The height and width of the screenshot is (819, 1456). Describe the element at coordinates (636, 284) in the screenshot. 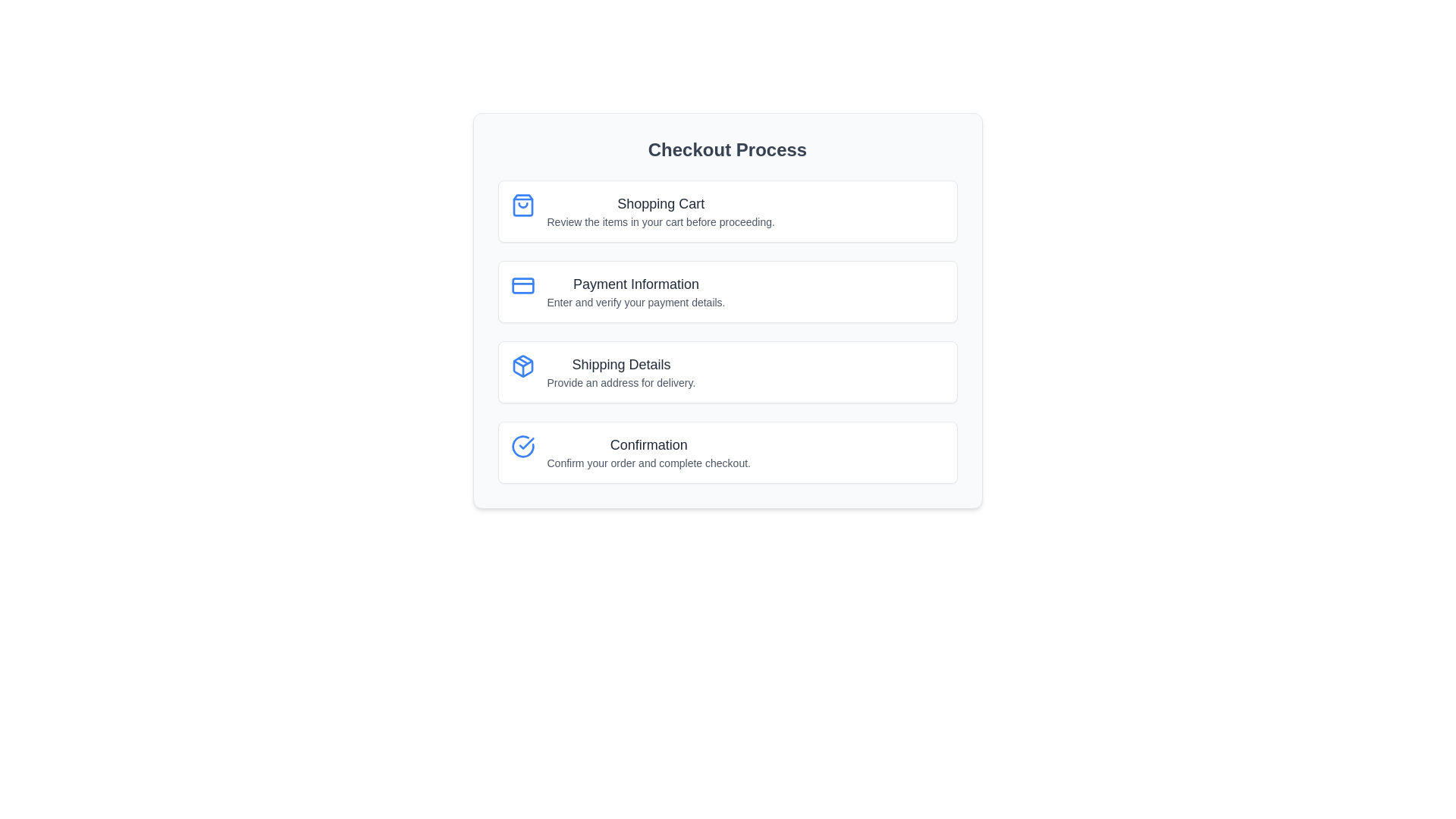

I see `heading text that serves as a title for the checkout process, located in the second card below the 'Checkout Process' header` at that location.